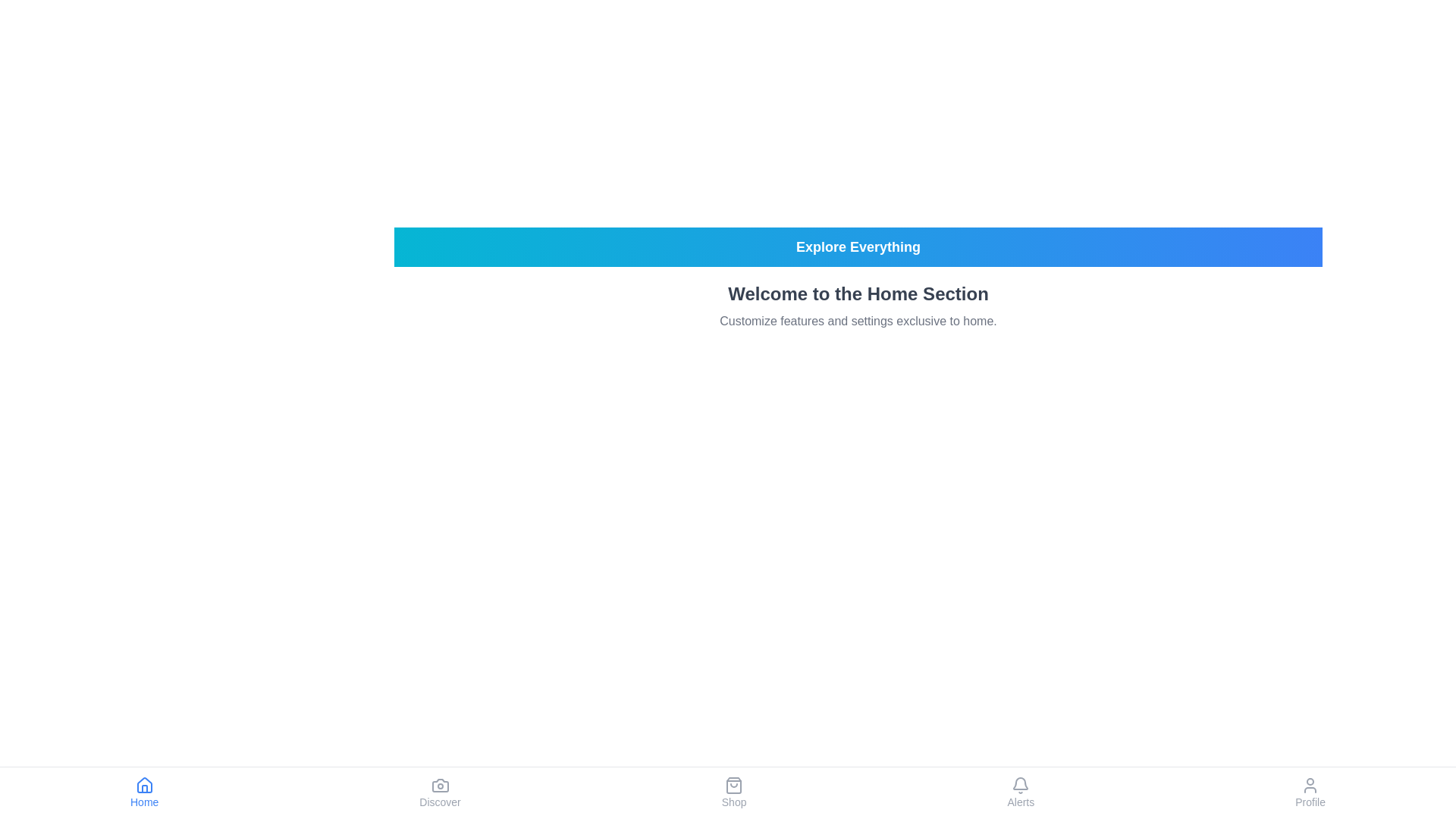 Image resolution: width=1456 pixels, height=819 pixels. What do you see at coordinates (439, 792) in the screenshot?
I see `the Discover tab in the bottom navigation bar` at bounding box center [439, 792].